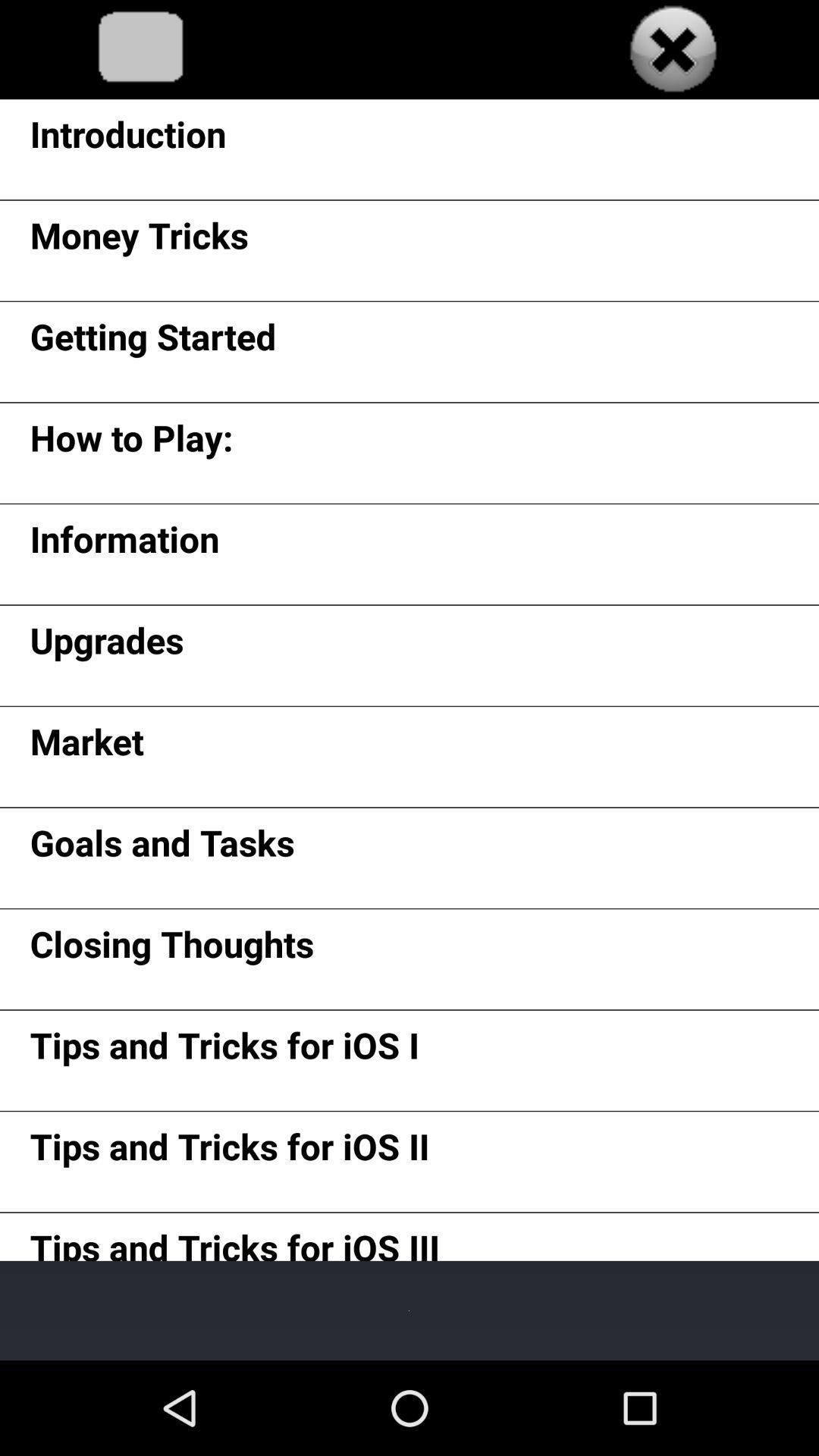  I want to click on upgrades icon, so click(106, 645).